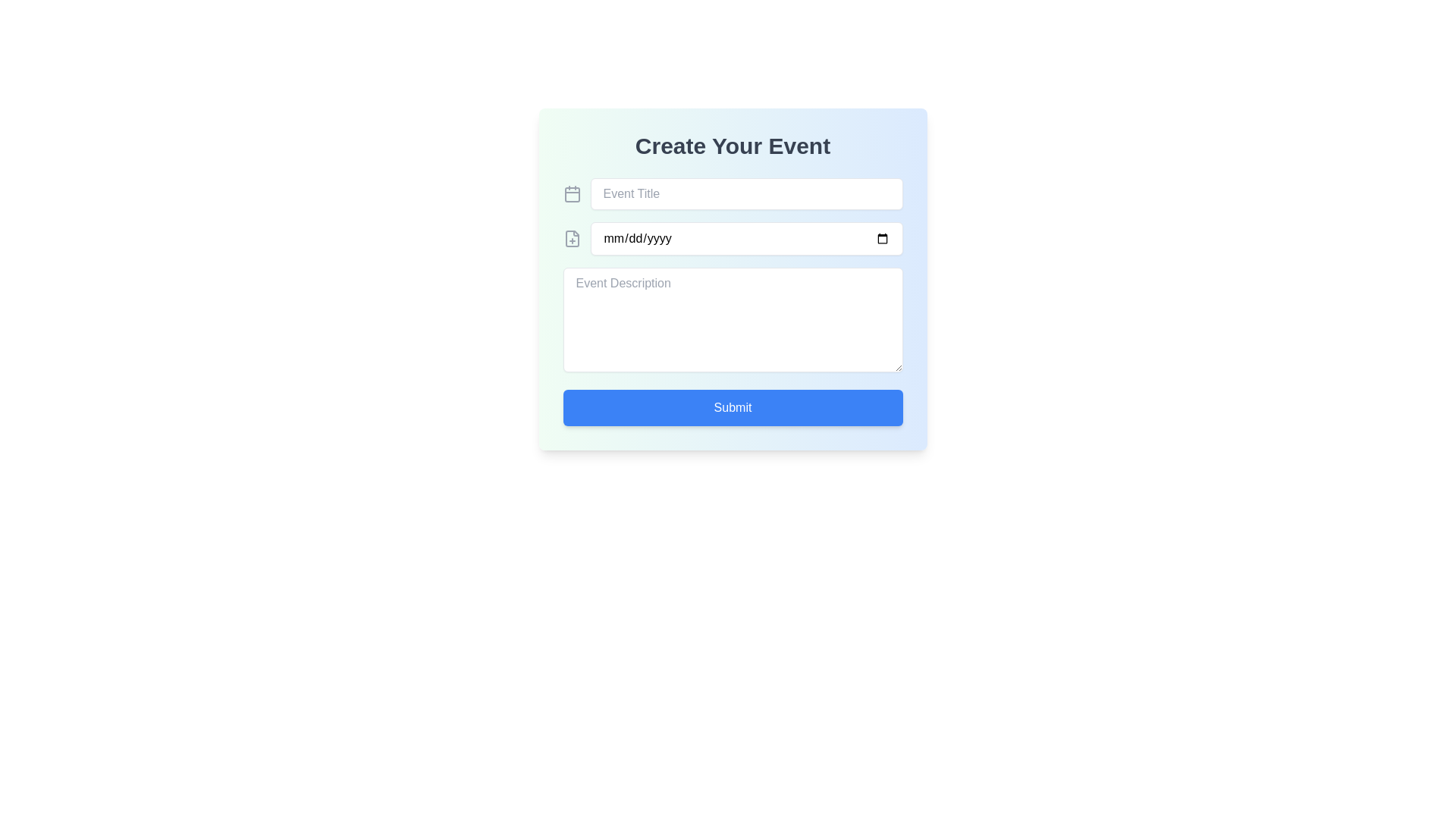  I want to click on the date picker input field with a white background and rounded border, so click(746, 239).